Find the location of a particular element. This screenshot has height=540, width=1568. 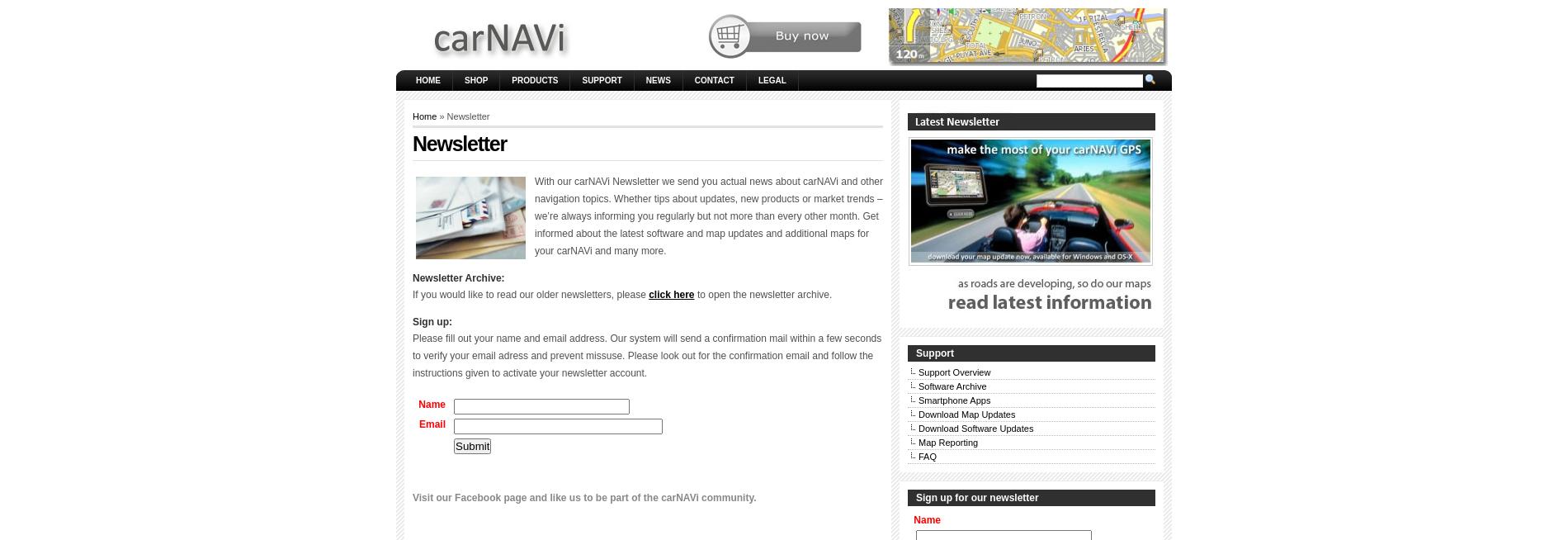

'Please fill out your name and email address. Our system will send a confirmation mail within a few seconds to verify your email adress and prevent missuse. Please look out for the confirmation email and follow the instructions given to activate your newsletter account.' is located at coordinates (413, 355).